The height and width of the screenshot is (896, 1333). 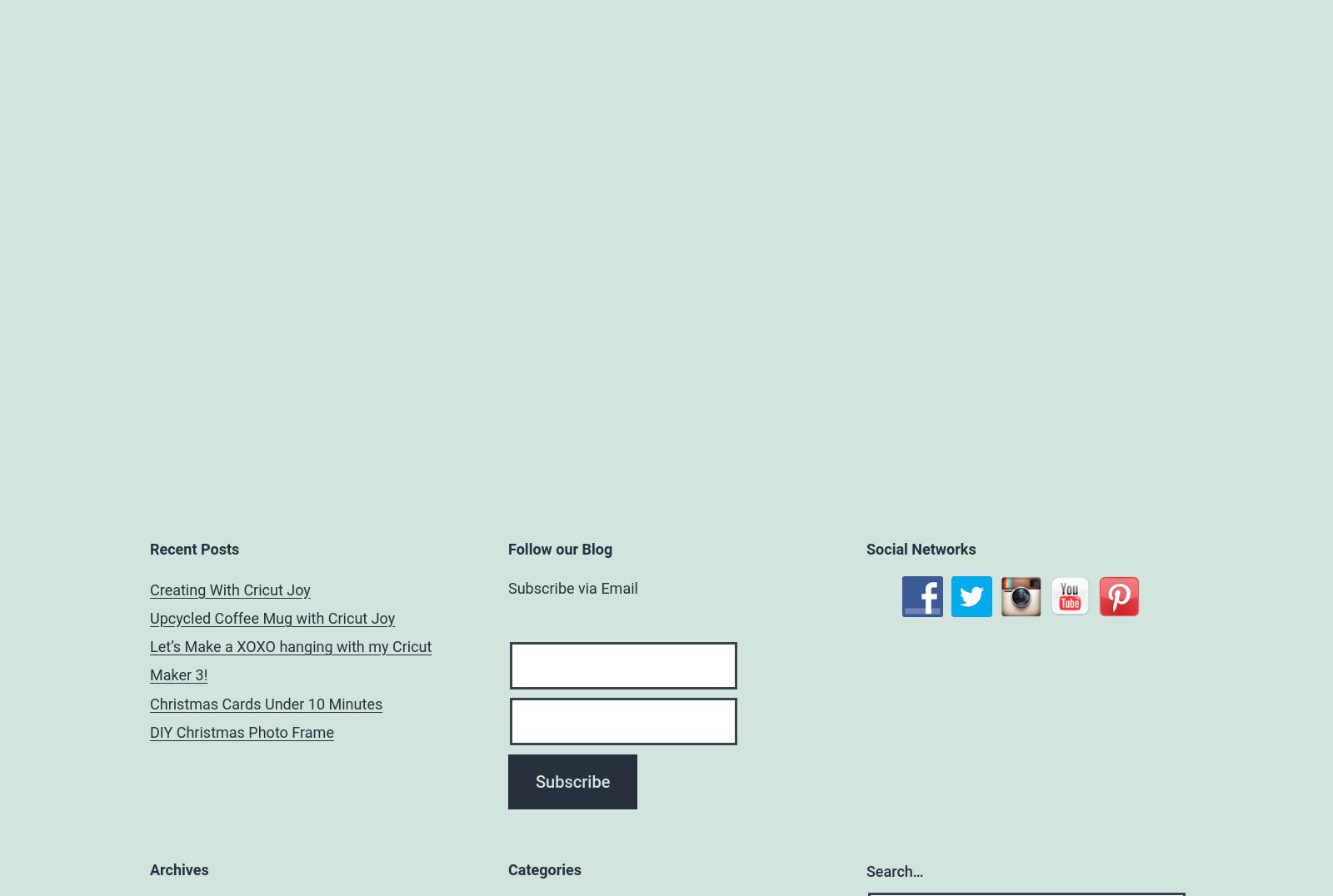 I want to click on 'Subscribe via Email', so click(x=572, y=587).